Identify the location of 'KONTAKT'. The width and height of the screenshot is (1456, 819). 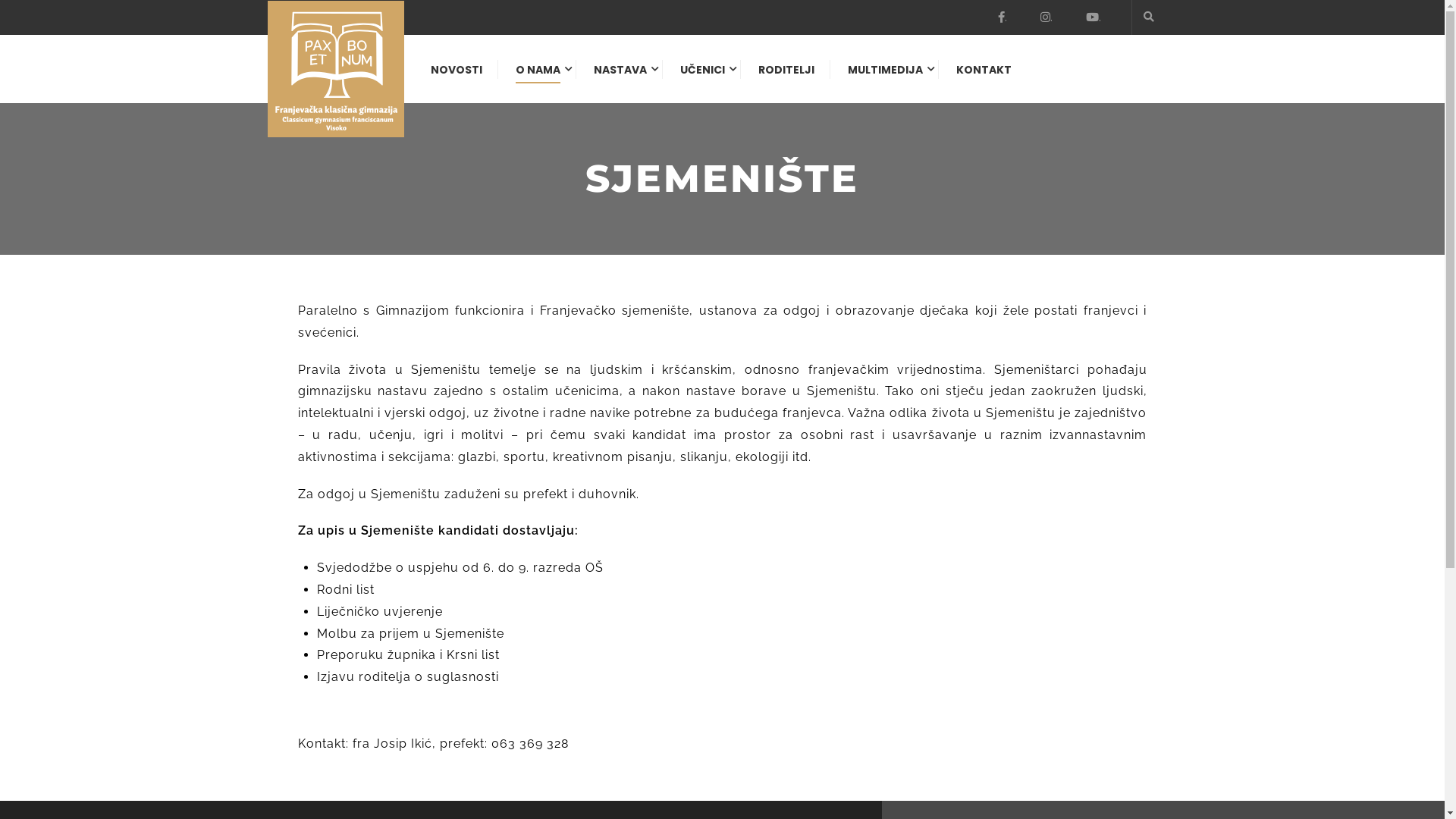
(975, 76).